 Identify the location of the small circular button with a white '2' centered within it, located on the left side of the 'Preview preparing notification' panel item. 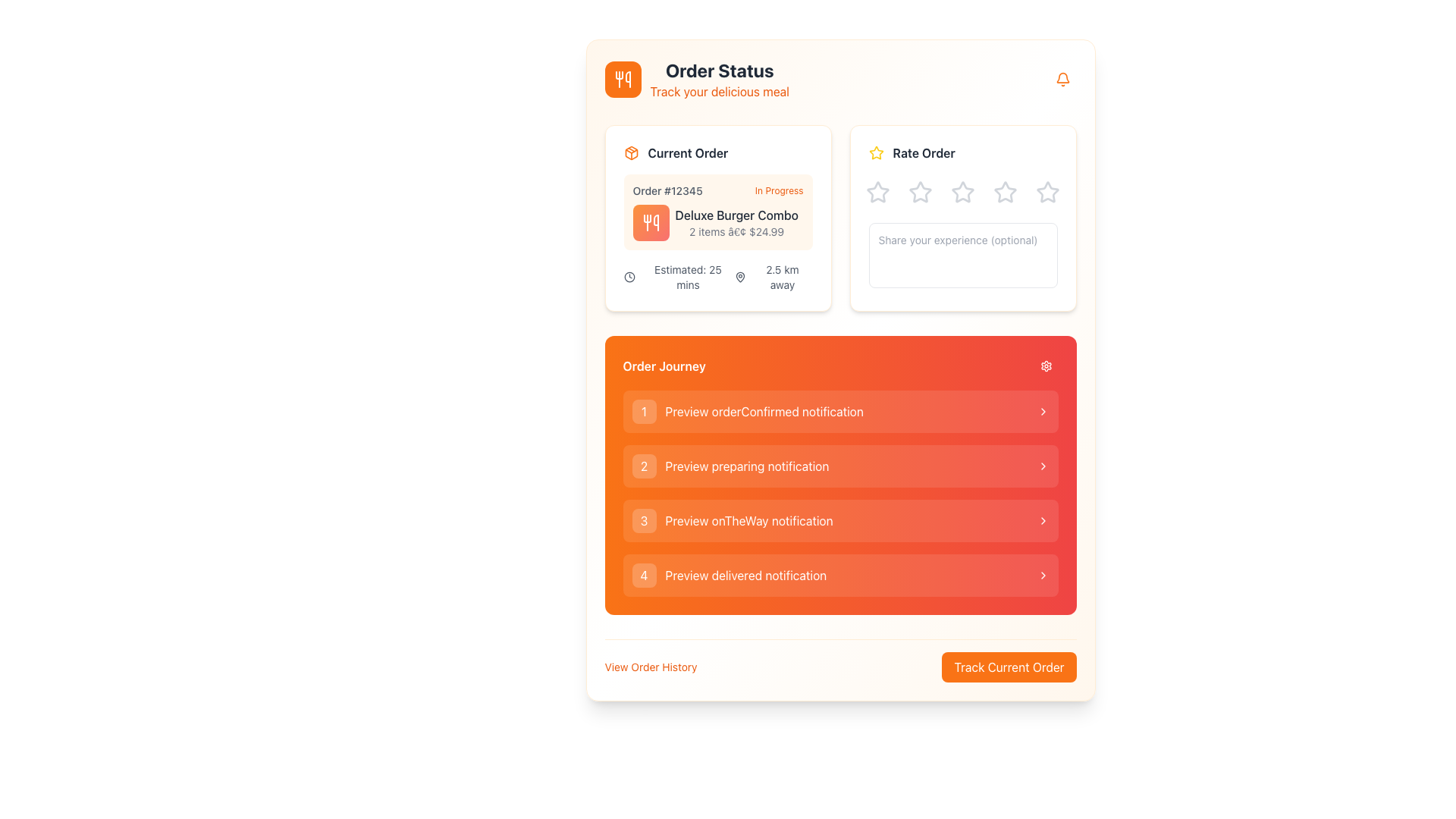
(644, 465).